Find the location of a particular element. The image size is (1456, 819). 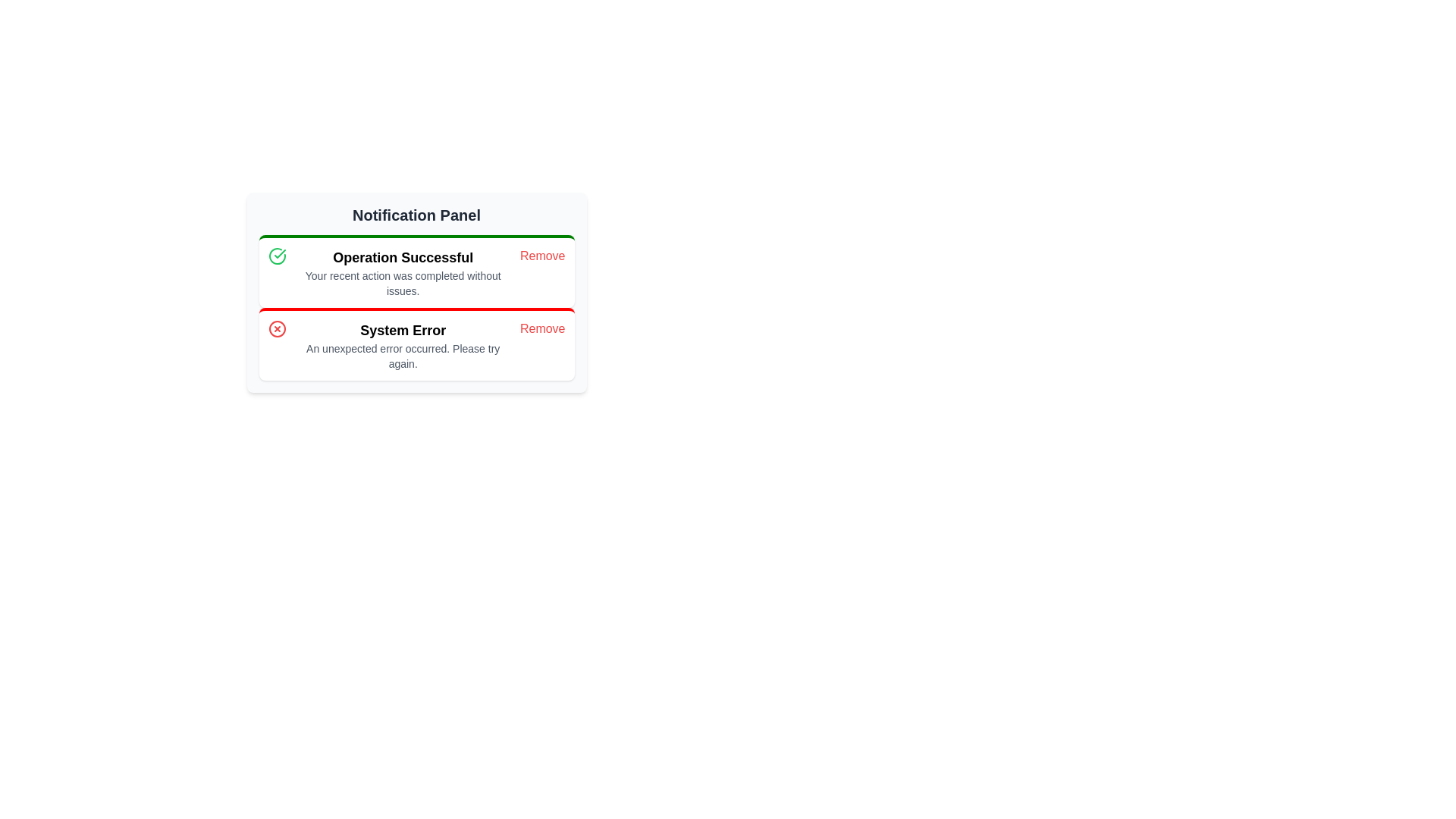

descriptive error message located underneath the 'System Error' title within the notification card is located at coordinates (403, 356).